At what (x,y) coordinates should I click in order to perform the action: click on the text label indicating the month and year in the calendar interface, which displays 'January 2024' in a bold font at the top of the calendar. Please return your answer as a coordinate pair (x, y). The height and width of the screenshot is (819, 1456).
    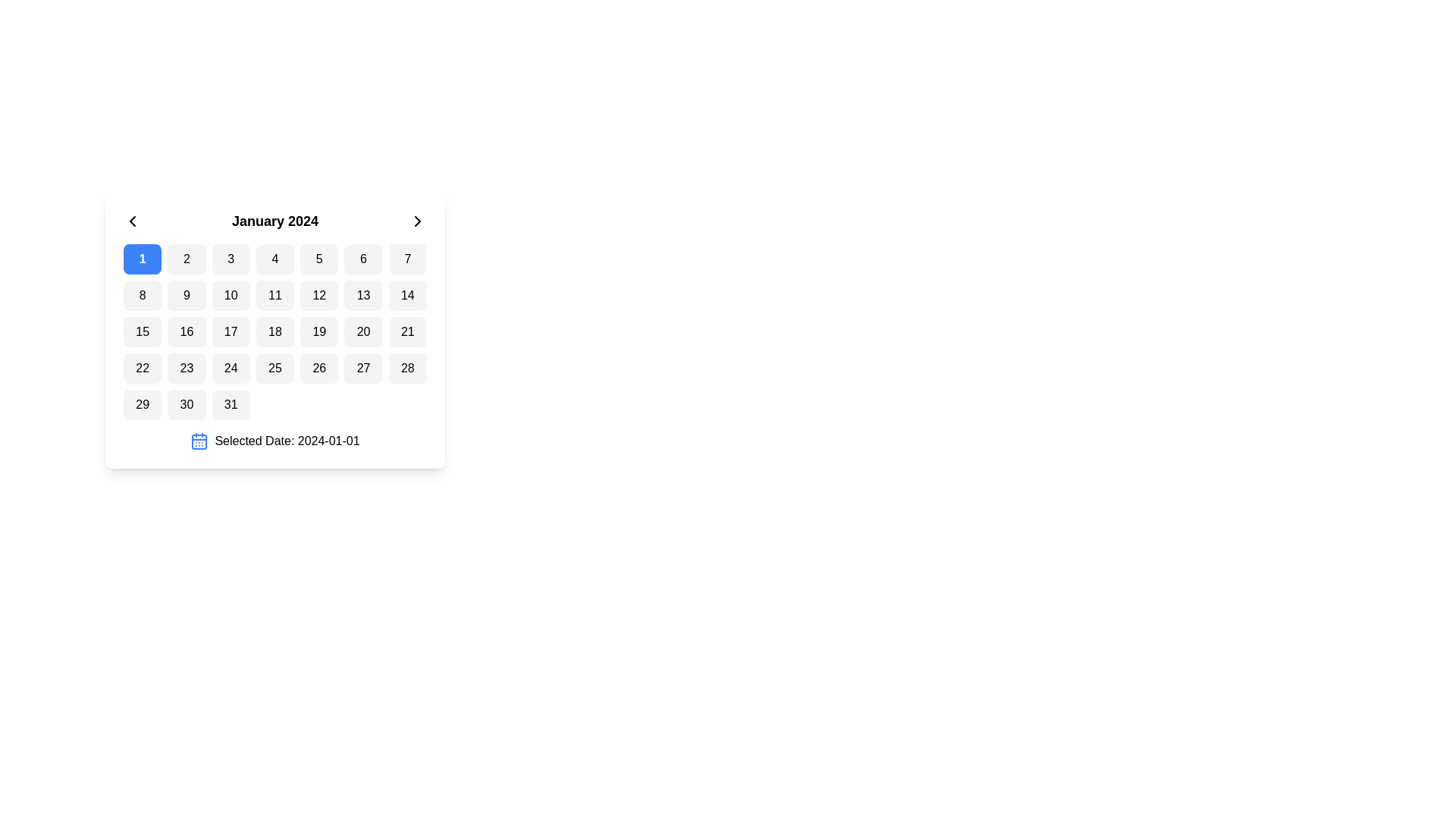
    Looking at the image, I should click on (275, 221).